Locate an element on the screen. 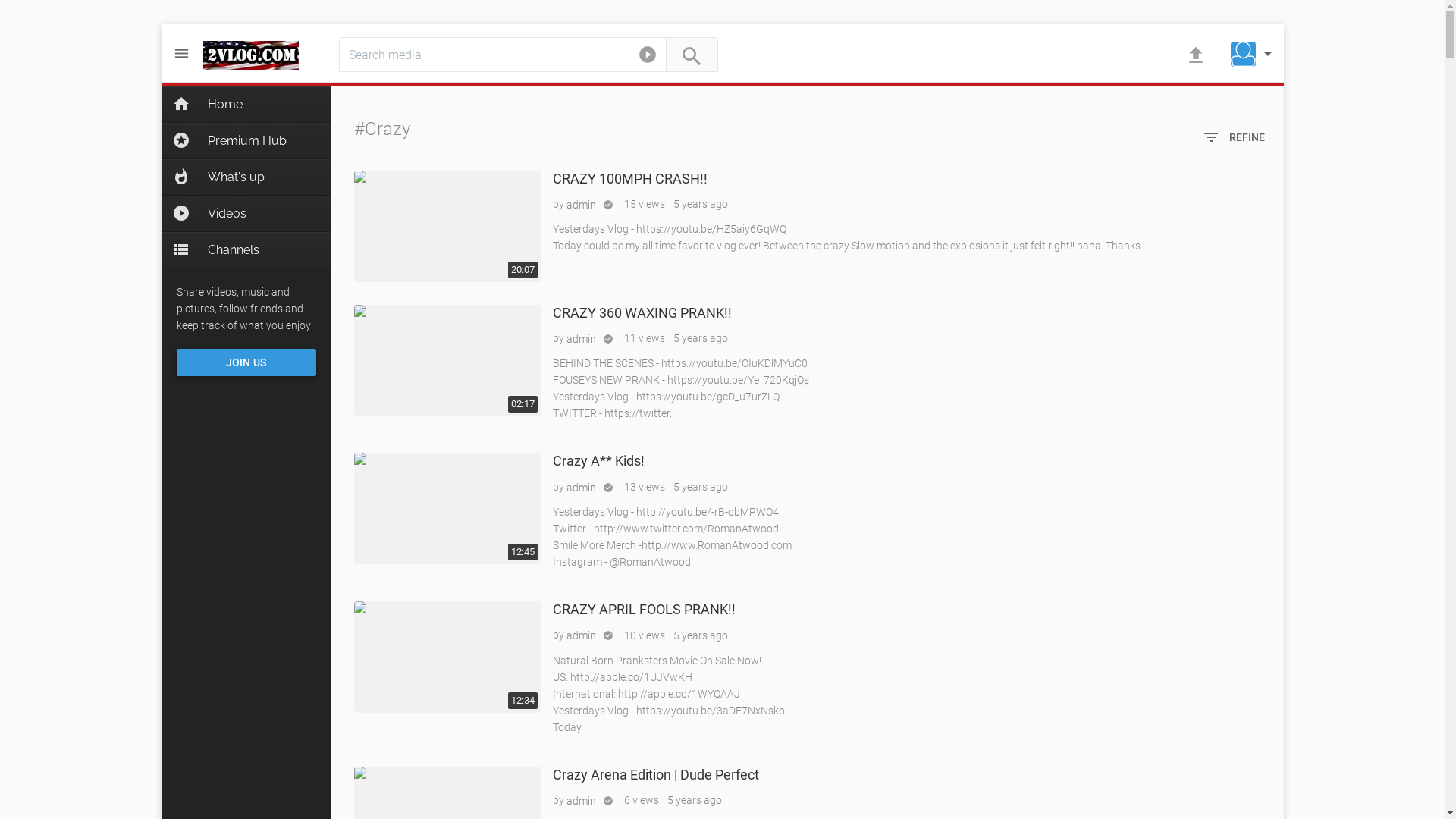 This screenshot has height=819, width=1456. 'CRAZY 360 WAXING PRANK!!' is located at coordinates (446, 360).